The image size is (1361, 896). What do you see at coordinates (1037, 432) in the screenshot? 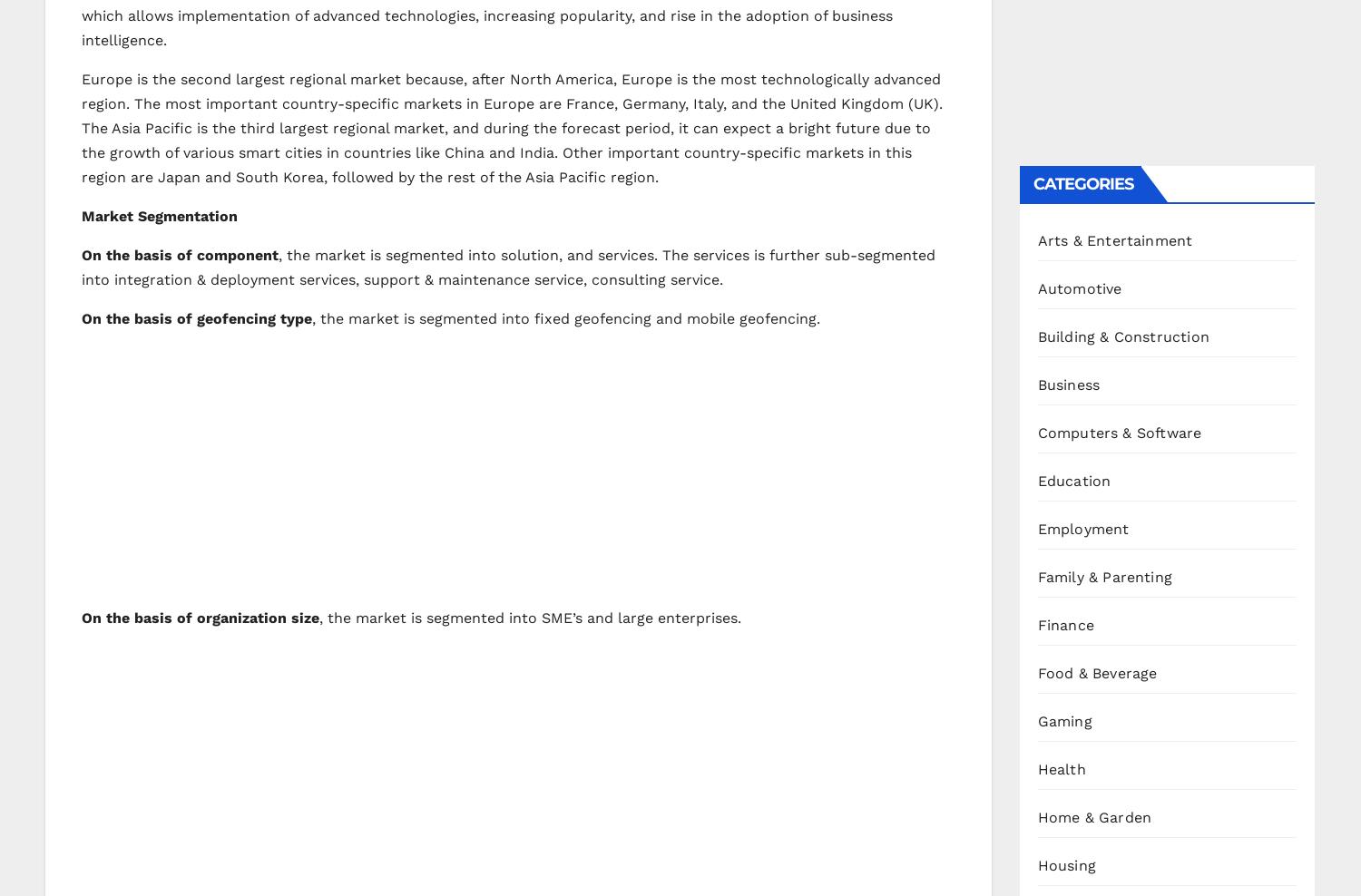
I see `'Computers & Software'` at bounding box center [1037, 432].